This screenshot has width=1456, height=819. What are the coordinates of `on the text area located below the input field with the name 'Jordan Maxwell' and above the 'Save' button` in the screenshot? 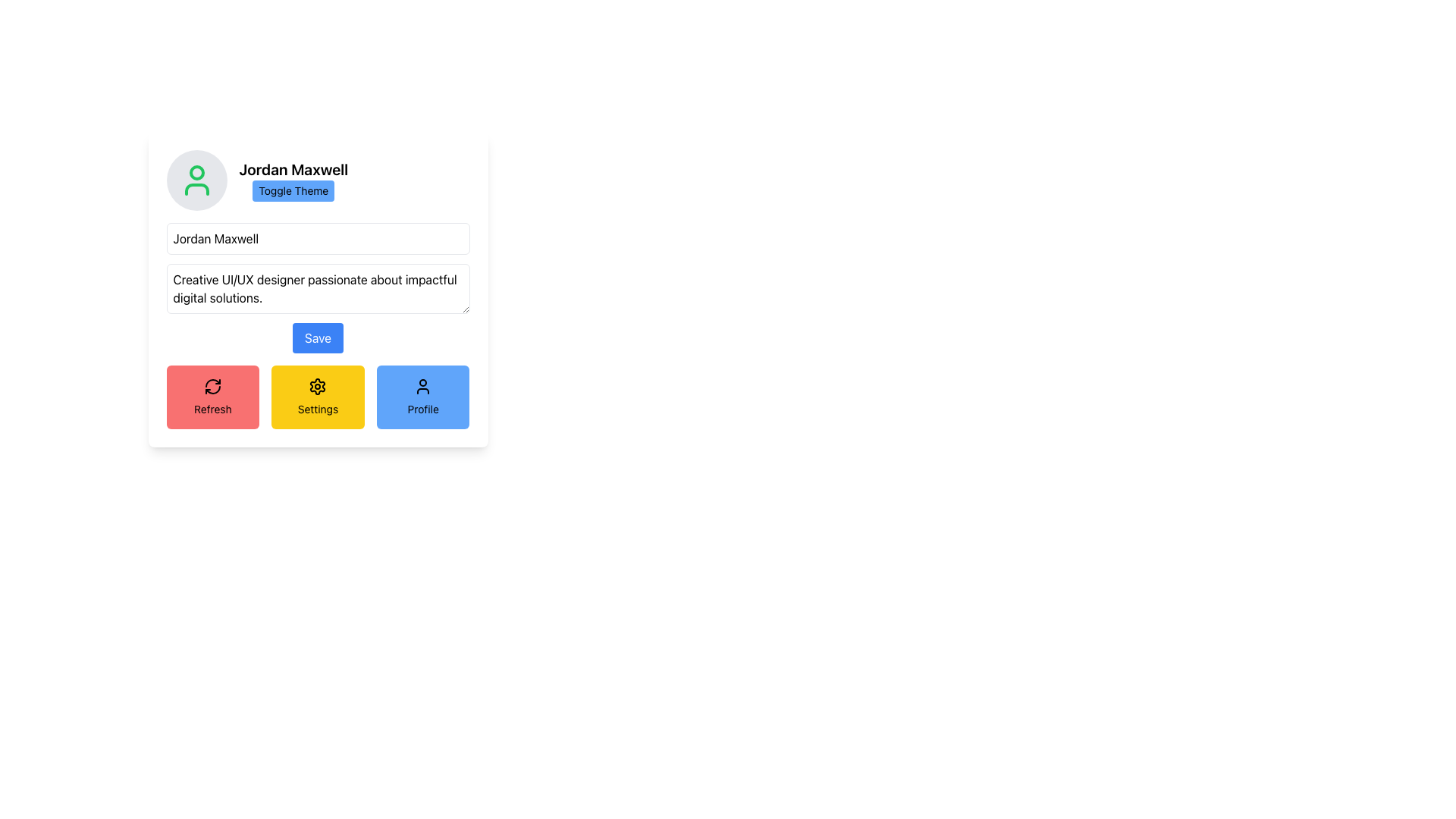 It's located at (317, 289).